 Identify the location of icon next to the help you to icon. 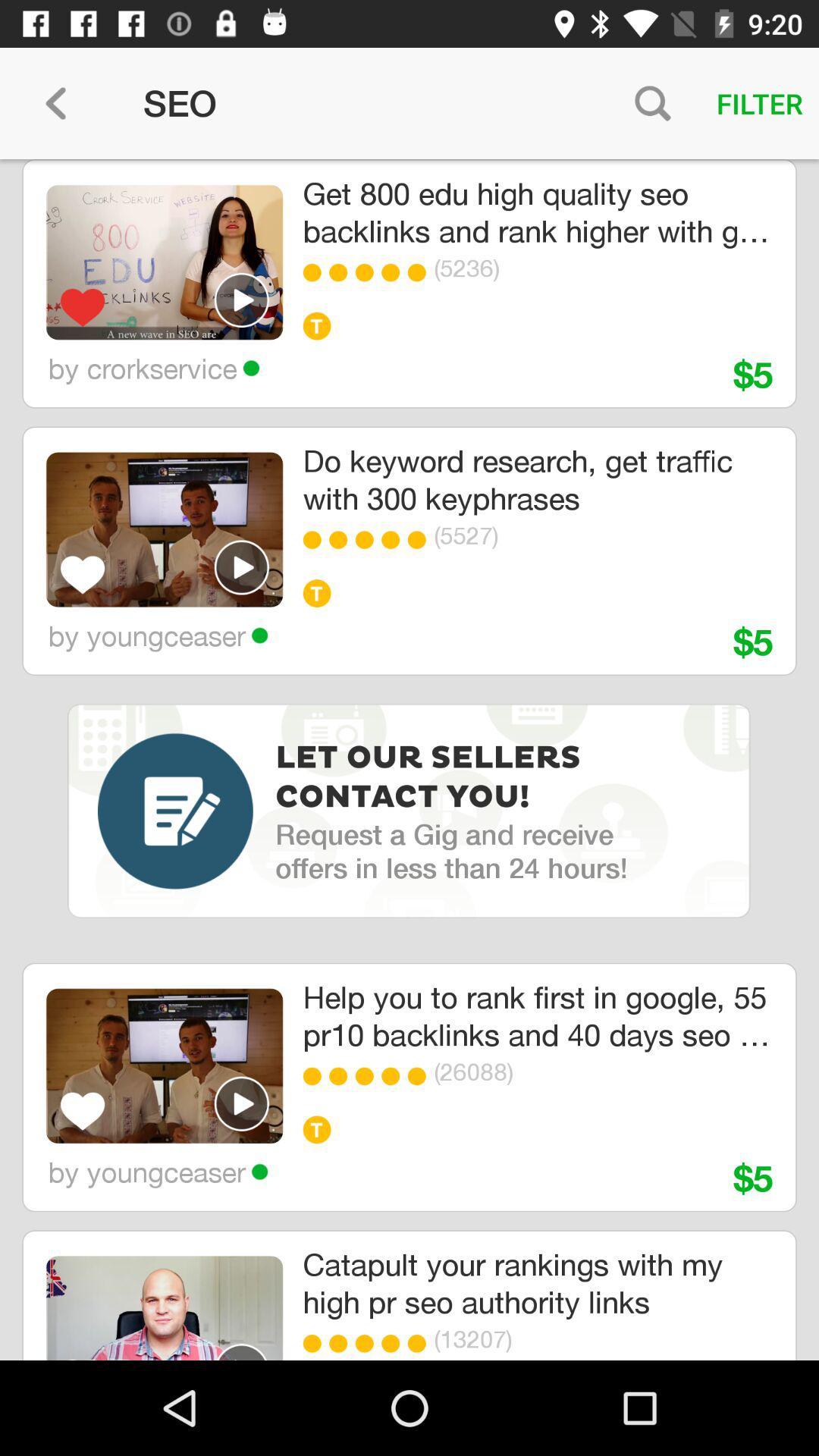
(165, 1065).